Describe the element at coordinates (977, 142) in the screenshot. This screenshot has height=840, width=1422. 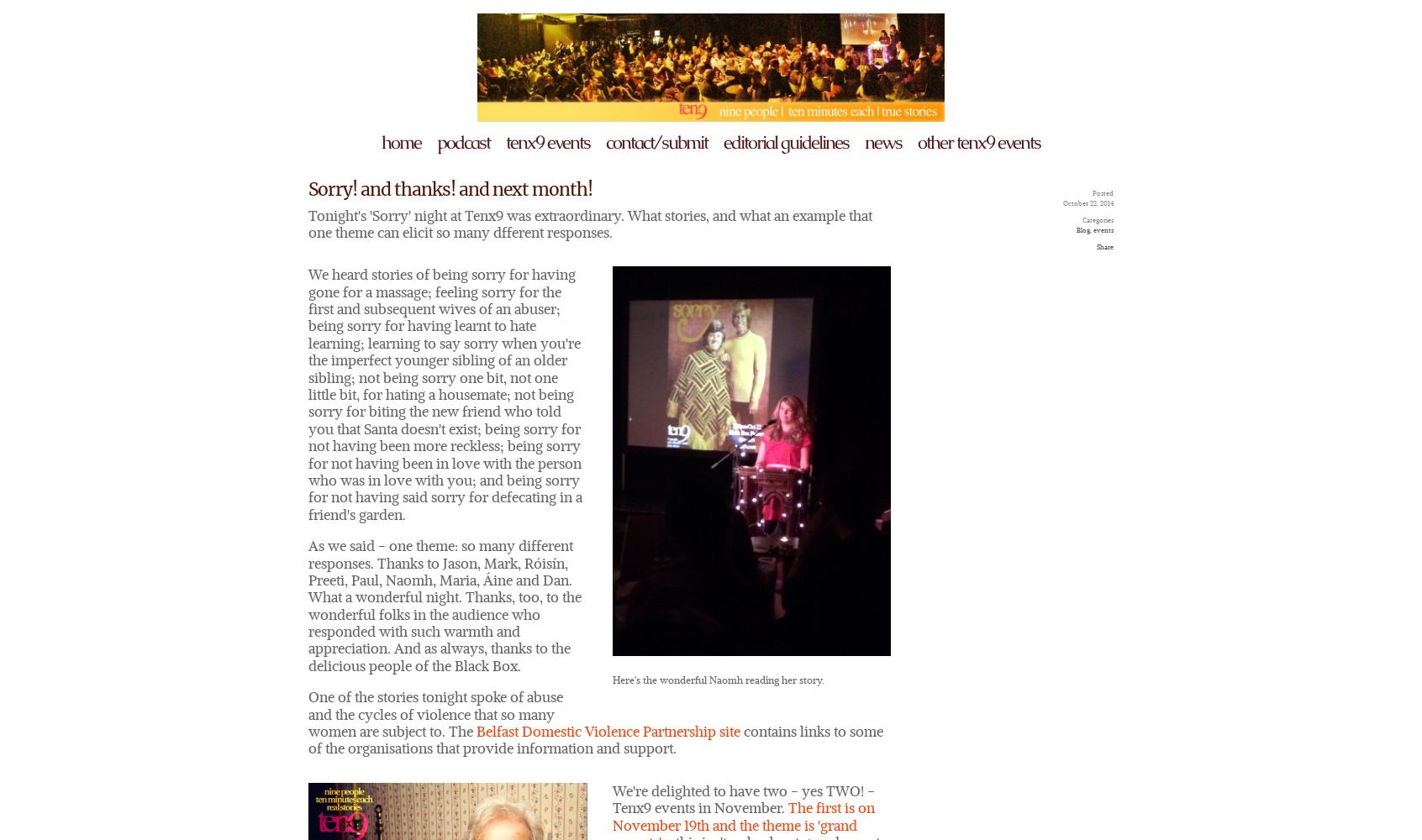
I see `'Other Tenx9 events'` at that location.